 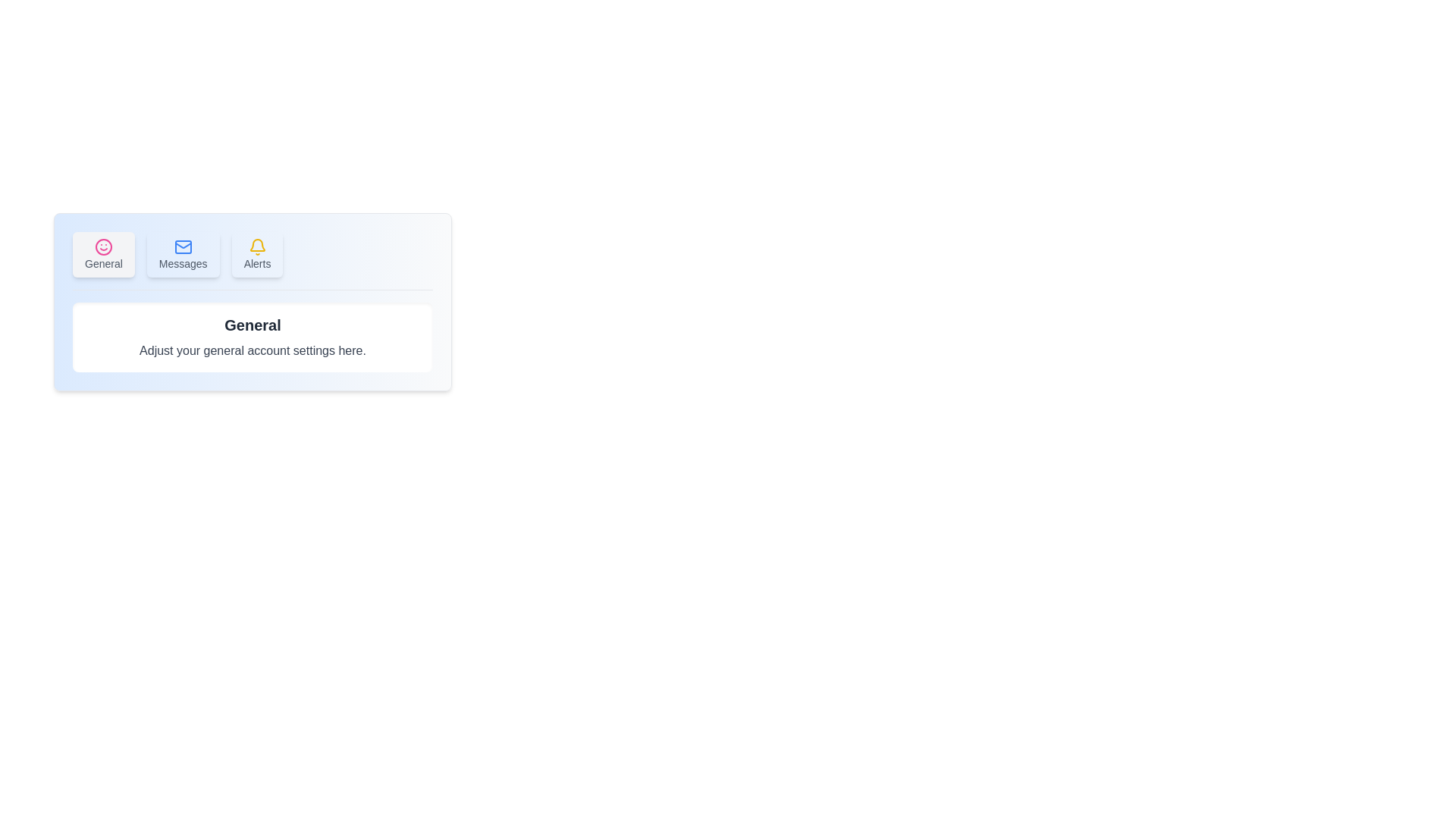 What do you see at coordinates (257, 253) in the screenshot?
I see `the Alerts tab by clicking on its button` at bounding box center [257, 253].